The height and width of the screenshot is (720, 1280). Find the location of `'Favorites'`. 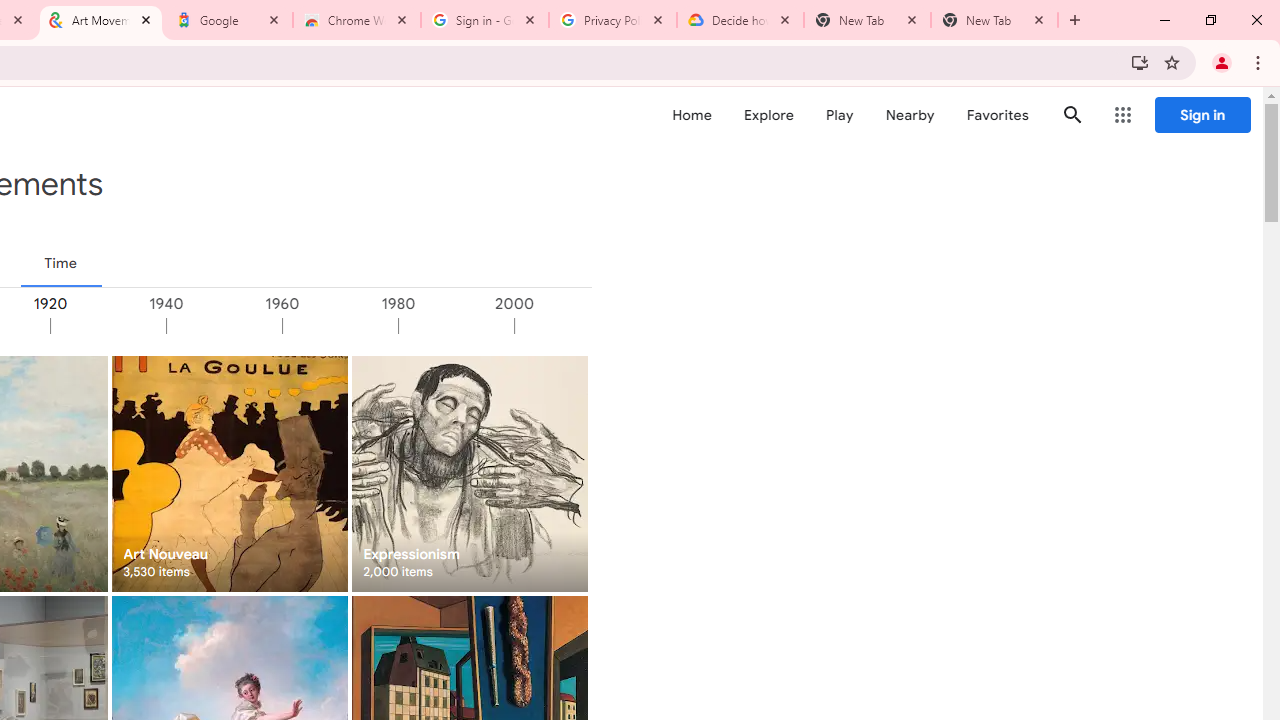

'Favorites' is located at coordinates (997, 115).